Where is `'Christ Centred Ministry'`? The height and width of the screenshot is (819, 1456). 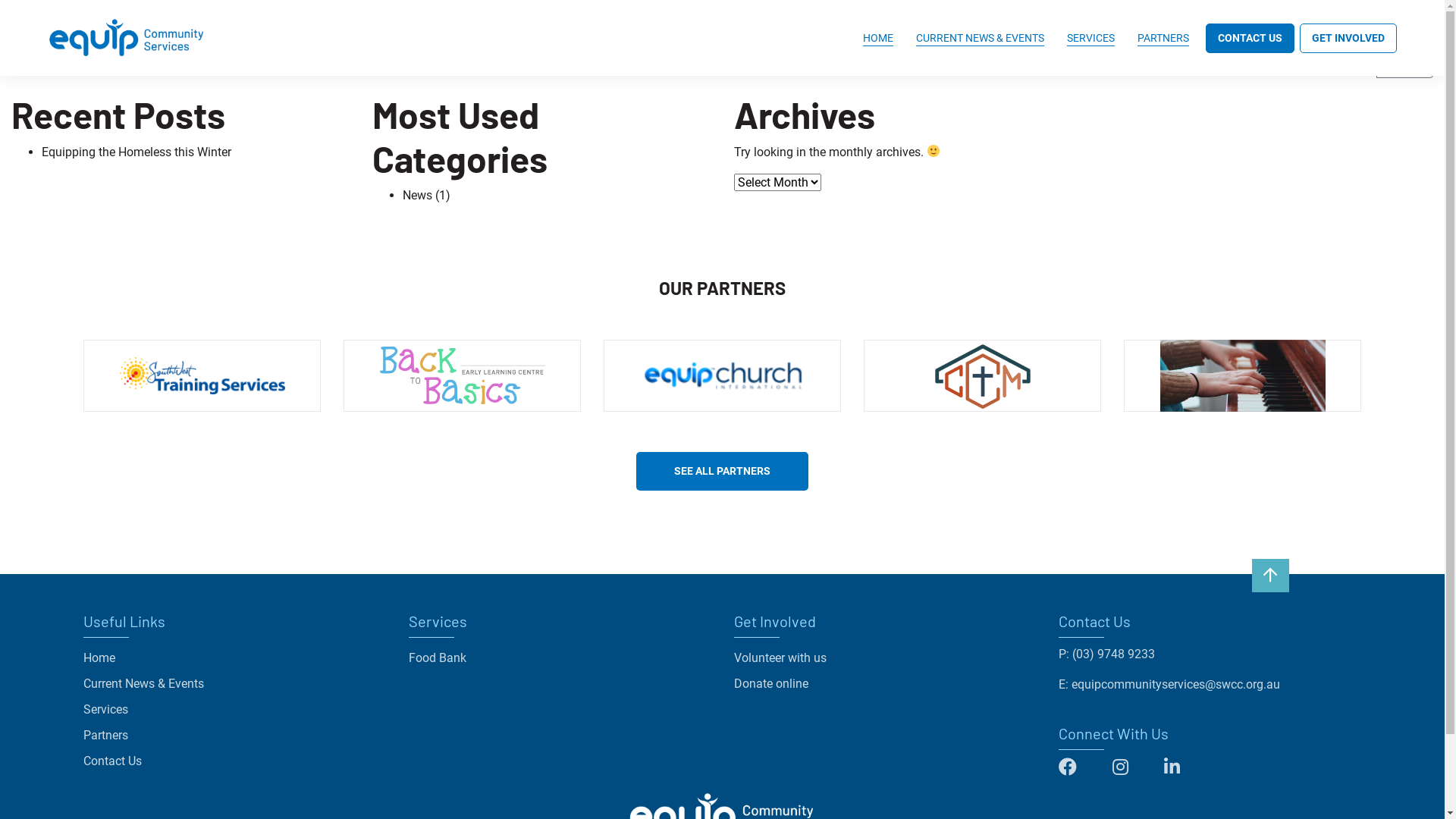
'Christ Centred Ministry' is located at coordinates (982, 377).